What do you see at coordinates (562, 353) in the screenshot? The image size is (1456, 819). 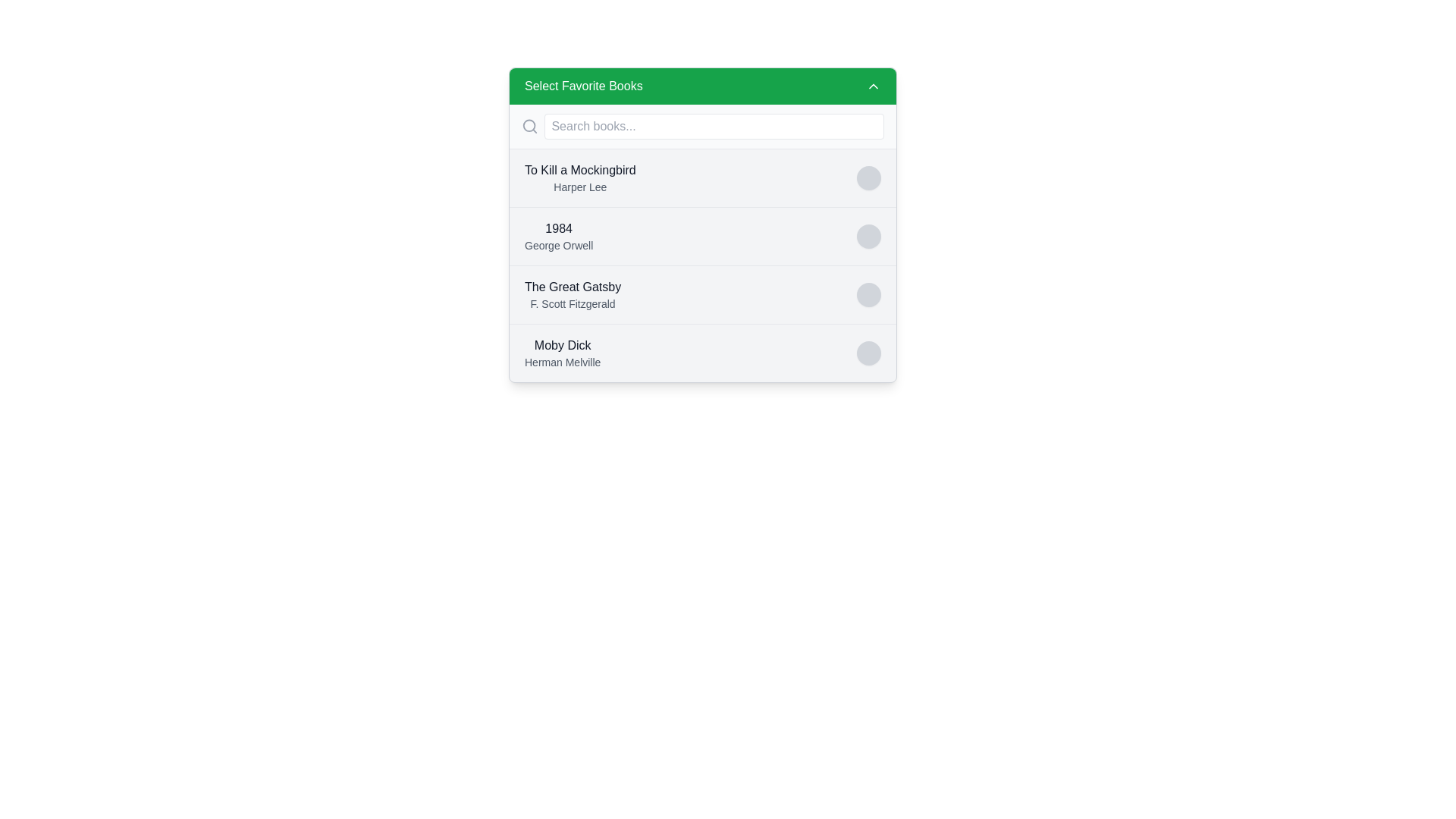 I see `the book entry label displaying the title and author, which is the last item in the list, located below 'The Great Gatsby'` at bounding box center [562, 353].